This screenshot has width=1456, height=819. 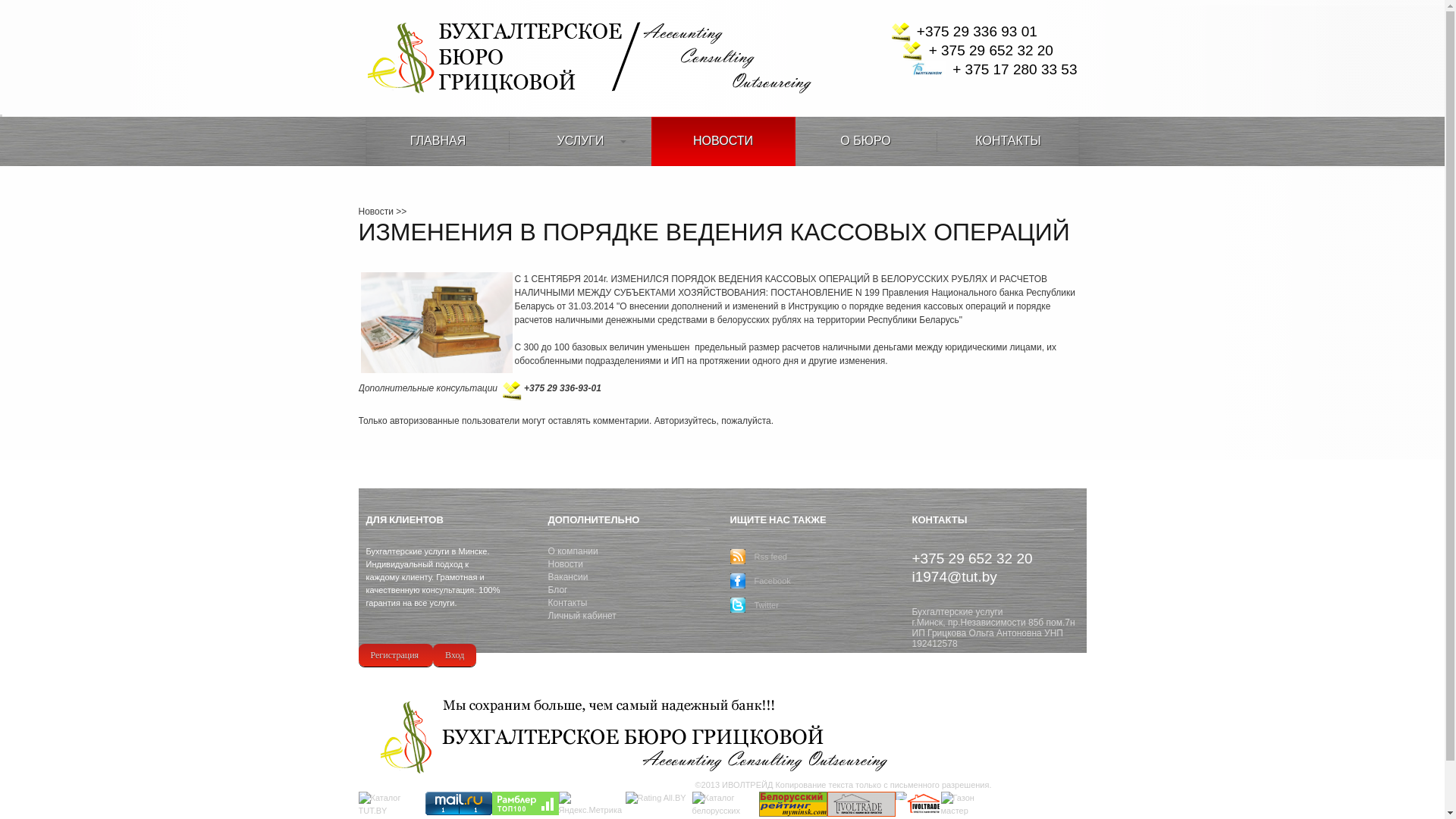 What do you see at coordinates (952, 575) in the screenshot?
I see `'i1974@tut.by'` at bounding box center [952, 575].